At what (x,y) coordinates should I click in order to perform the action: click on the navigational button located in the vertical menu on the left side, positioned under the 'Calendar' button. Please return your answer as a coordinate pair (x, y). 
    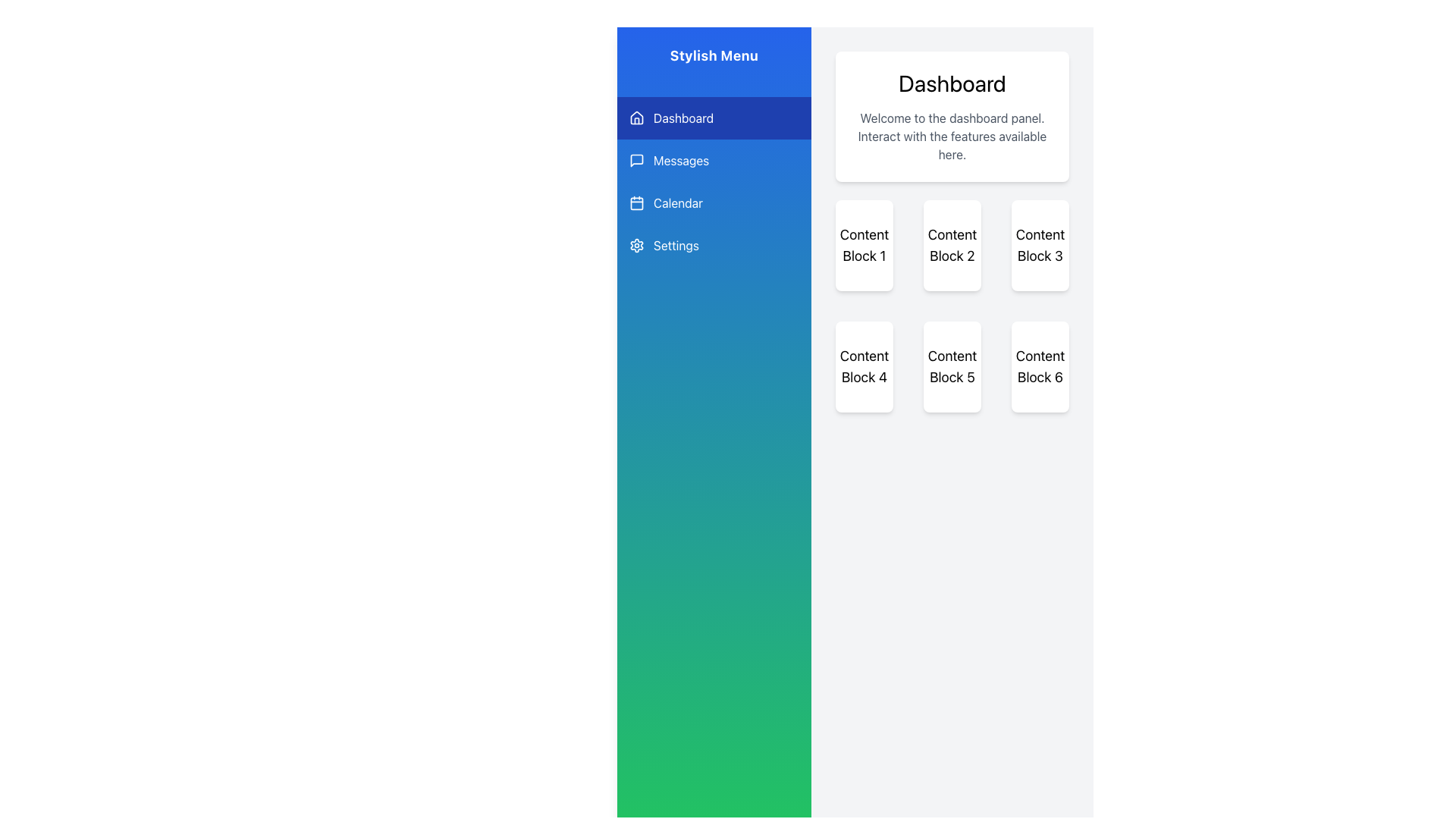
    Looking at the image, I should click on (713, 245).